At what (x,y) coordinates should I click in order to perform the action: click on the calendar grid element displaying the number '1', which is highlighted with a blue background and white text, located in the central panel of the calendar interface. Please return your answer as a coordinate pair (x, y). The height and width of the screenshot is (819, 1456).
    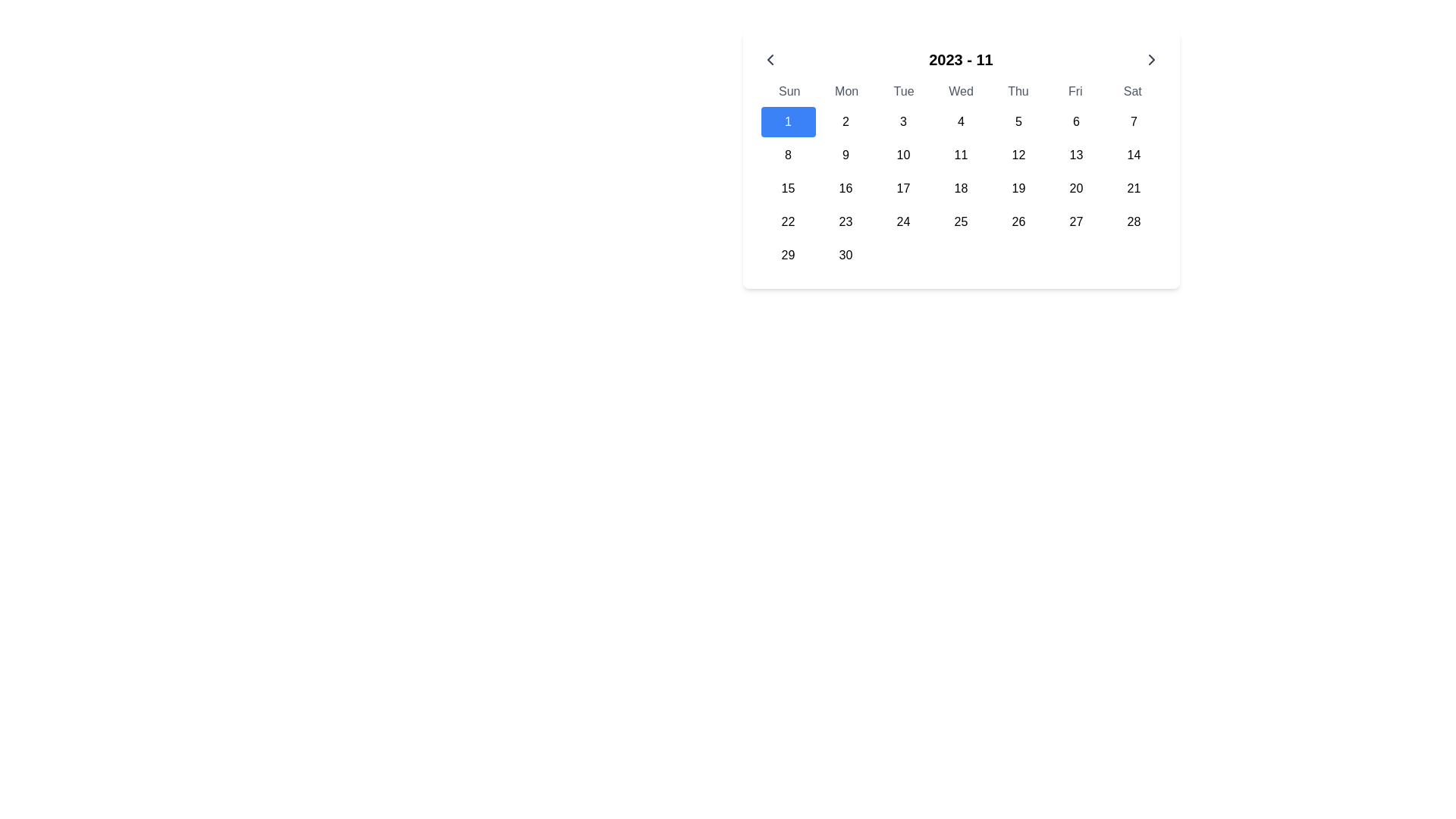
    Looking at the image, I should click on (960, 188).